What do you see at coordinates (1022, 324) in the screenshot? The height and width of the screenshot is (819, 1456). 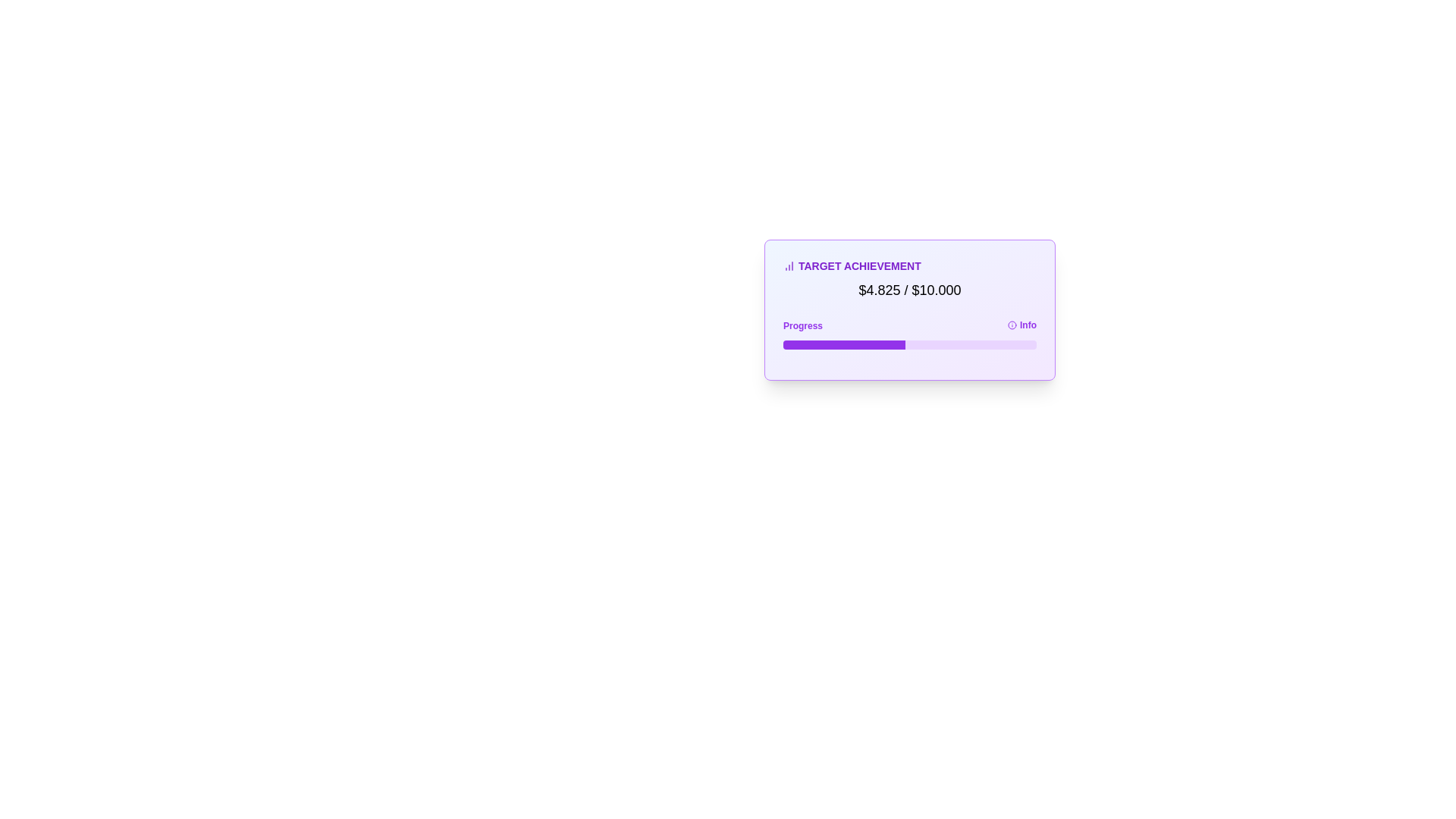 I see `the informational label with the word 'Info' in a bold purple font, located at the rightmost side of the 'Progress Info' section adjacent to the progress bar` at bounding box center [1022, 324].